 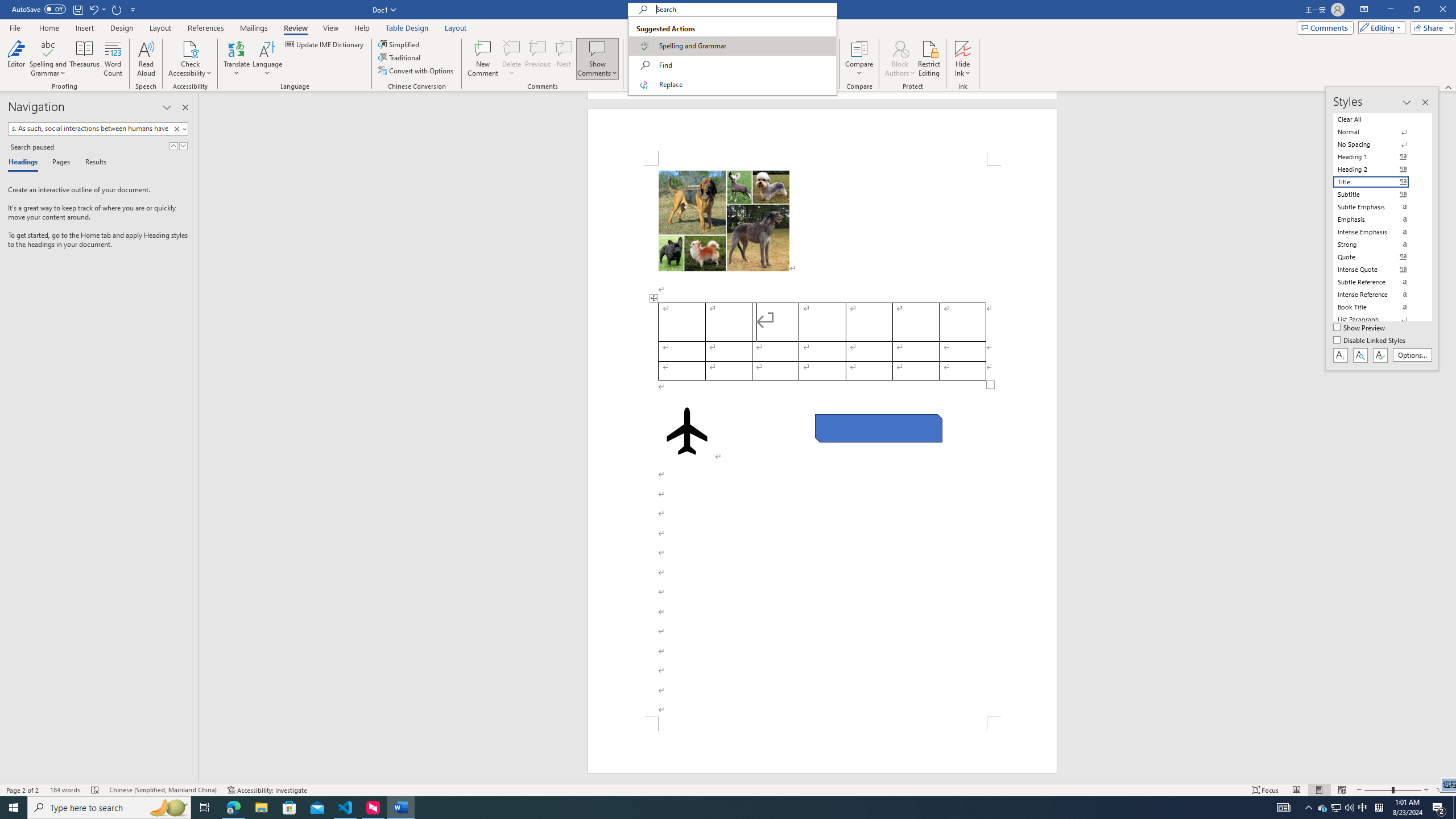 I want to click on 'Options...', so click(x=1412, y=355).